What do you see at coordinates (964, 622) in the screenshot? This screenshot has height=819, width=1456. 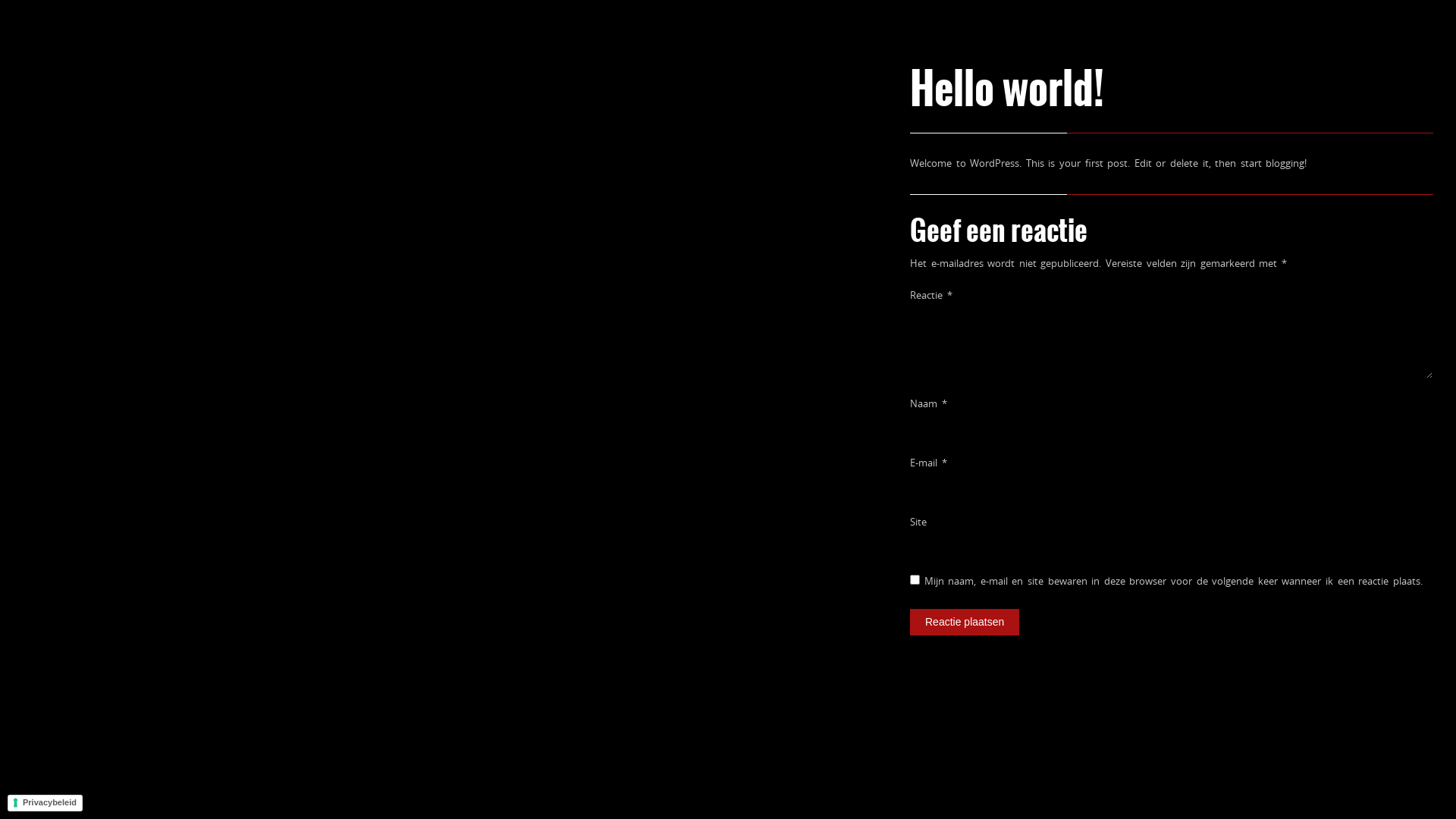 I see `'Reactie plaatsen'` at bounding box center [964, 622].